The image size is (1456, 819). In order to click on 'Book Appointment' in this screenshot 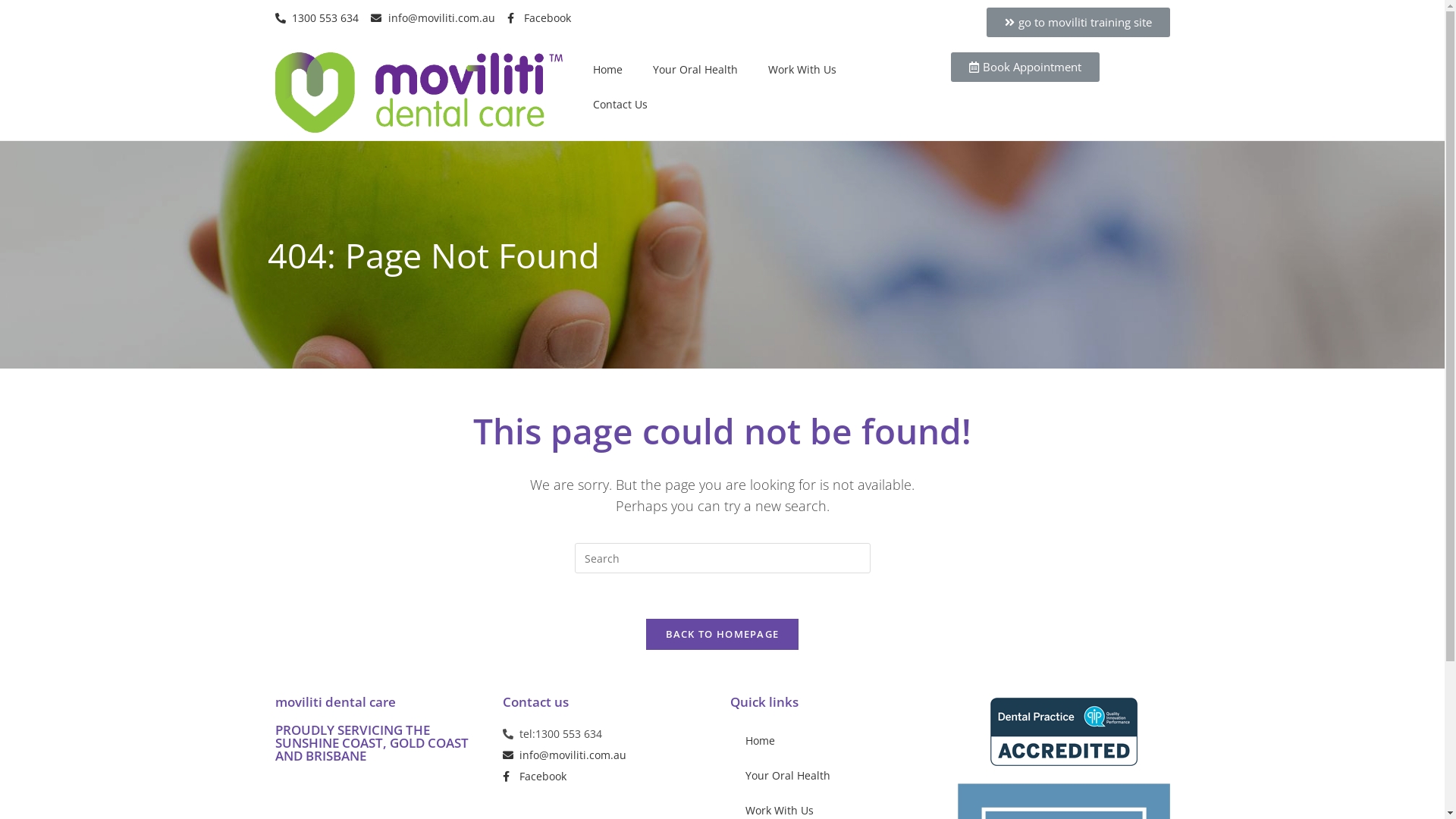, I will do `click(1025, 66)`.